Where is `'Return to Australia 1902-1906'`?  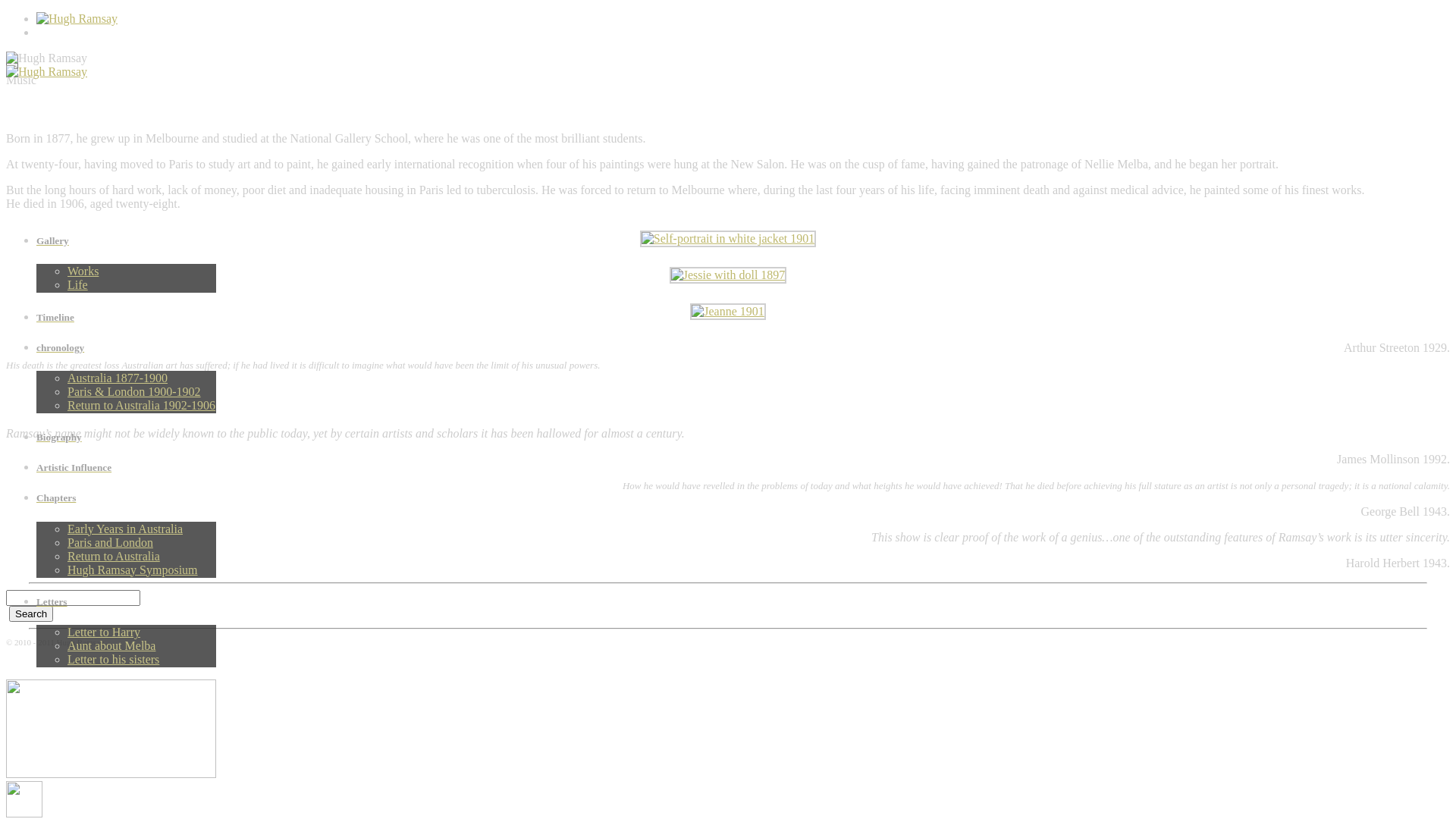 'Return to Australia 1902-1906' is located at coordinates (141, 404).